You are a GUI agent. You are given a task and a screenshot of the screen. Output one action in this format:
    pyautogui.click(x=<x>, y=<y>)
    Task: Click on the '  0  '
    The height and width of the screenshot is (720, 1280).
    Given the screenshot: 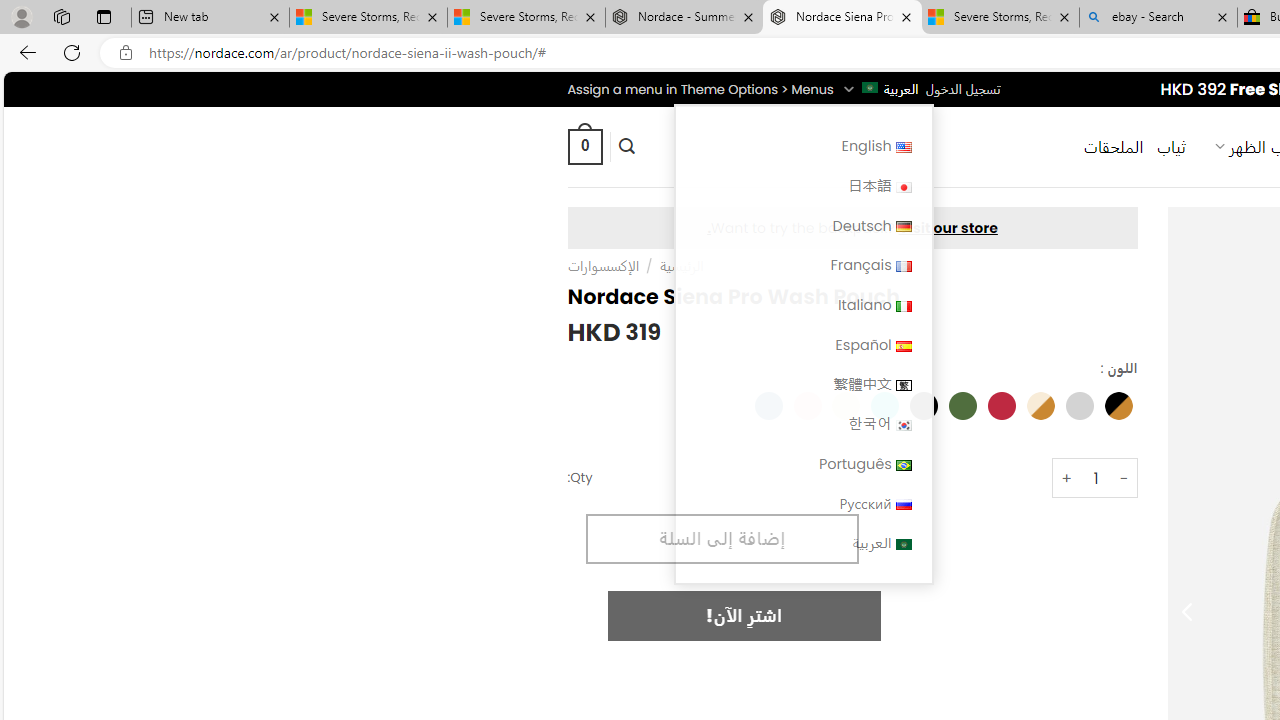 What is the action you would take?
    pyautogui.click(x=583, y=145)
    